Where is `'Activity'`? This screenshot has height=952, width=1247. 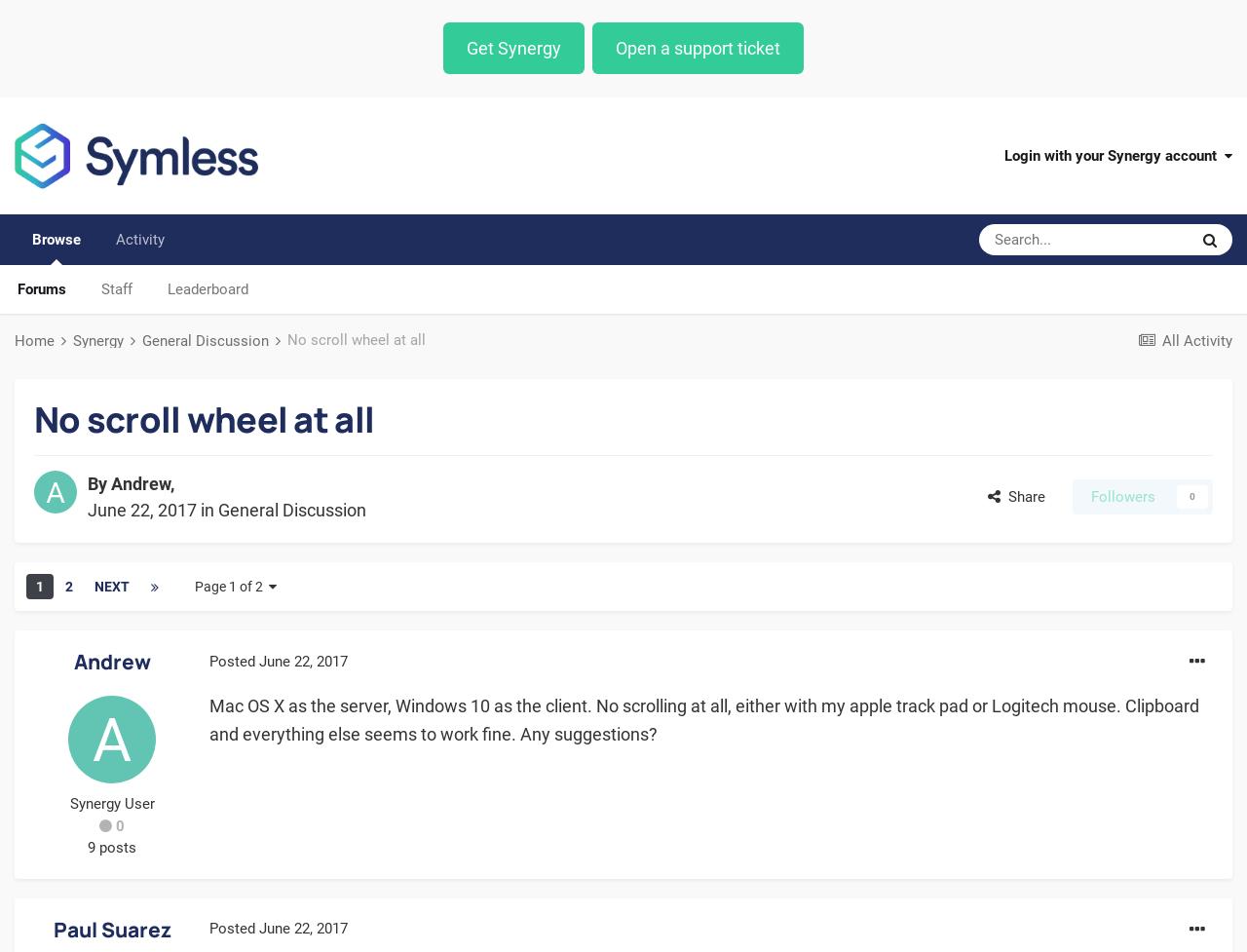 'Activity' is located at coordinates (139, 239).